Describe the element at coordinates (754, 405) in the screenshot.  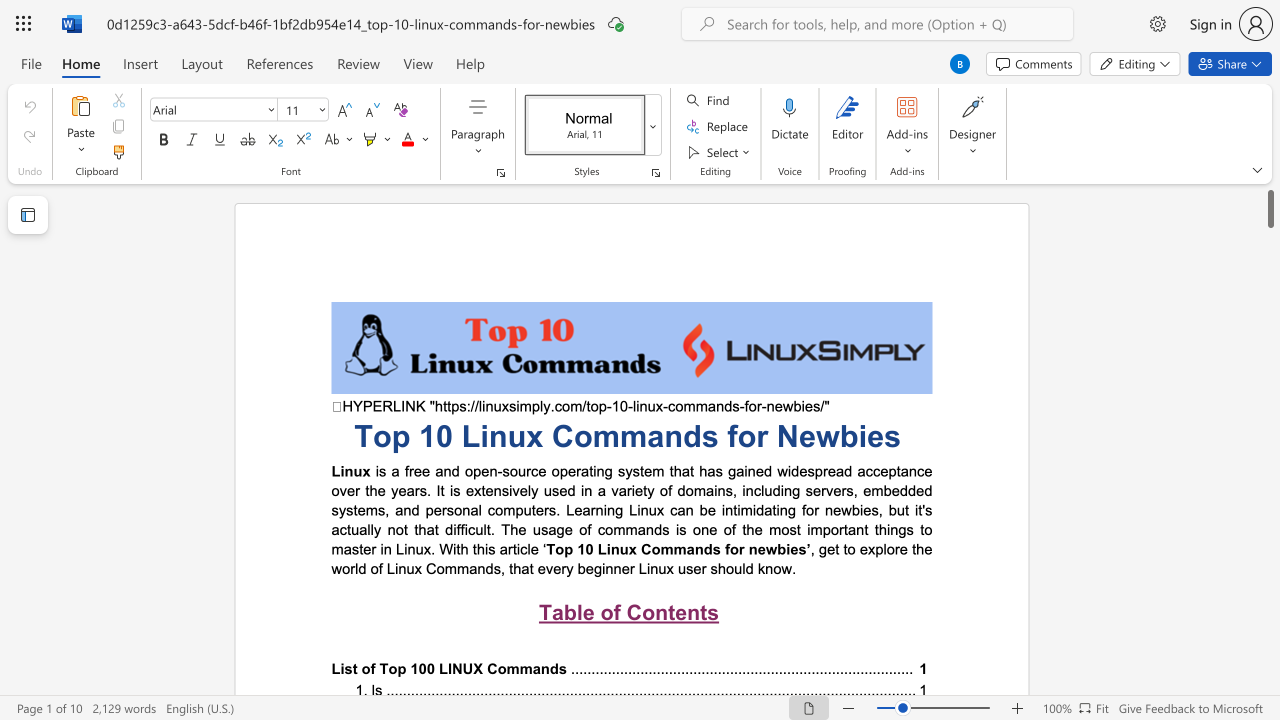
I see `the space between the continuous character "o" and "r" in the text` at that location.